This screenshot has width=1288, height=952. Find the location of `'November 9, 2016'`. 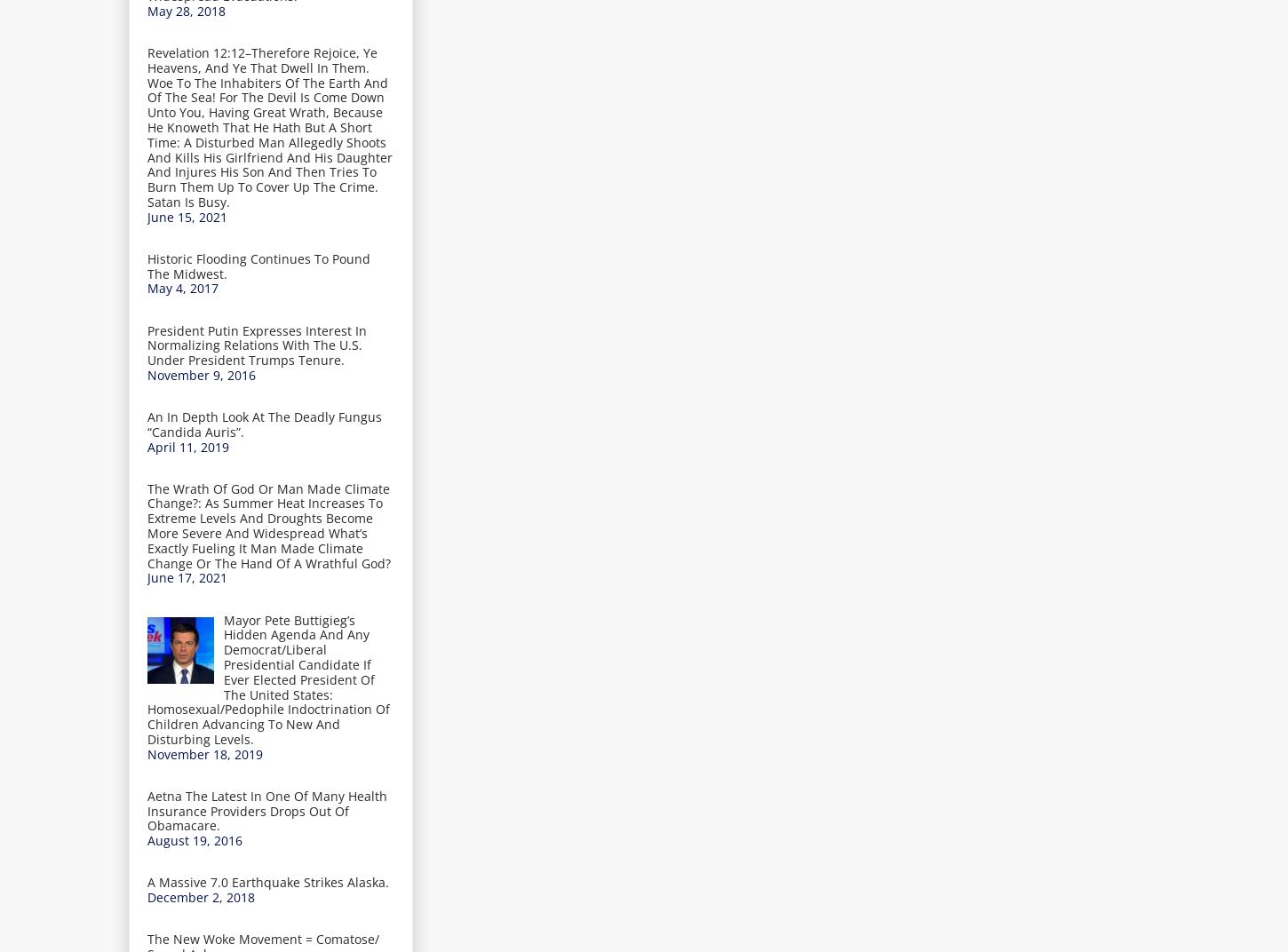

'November 9, 2016' is located at coordinates (201, 373).